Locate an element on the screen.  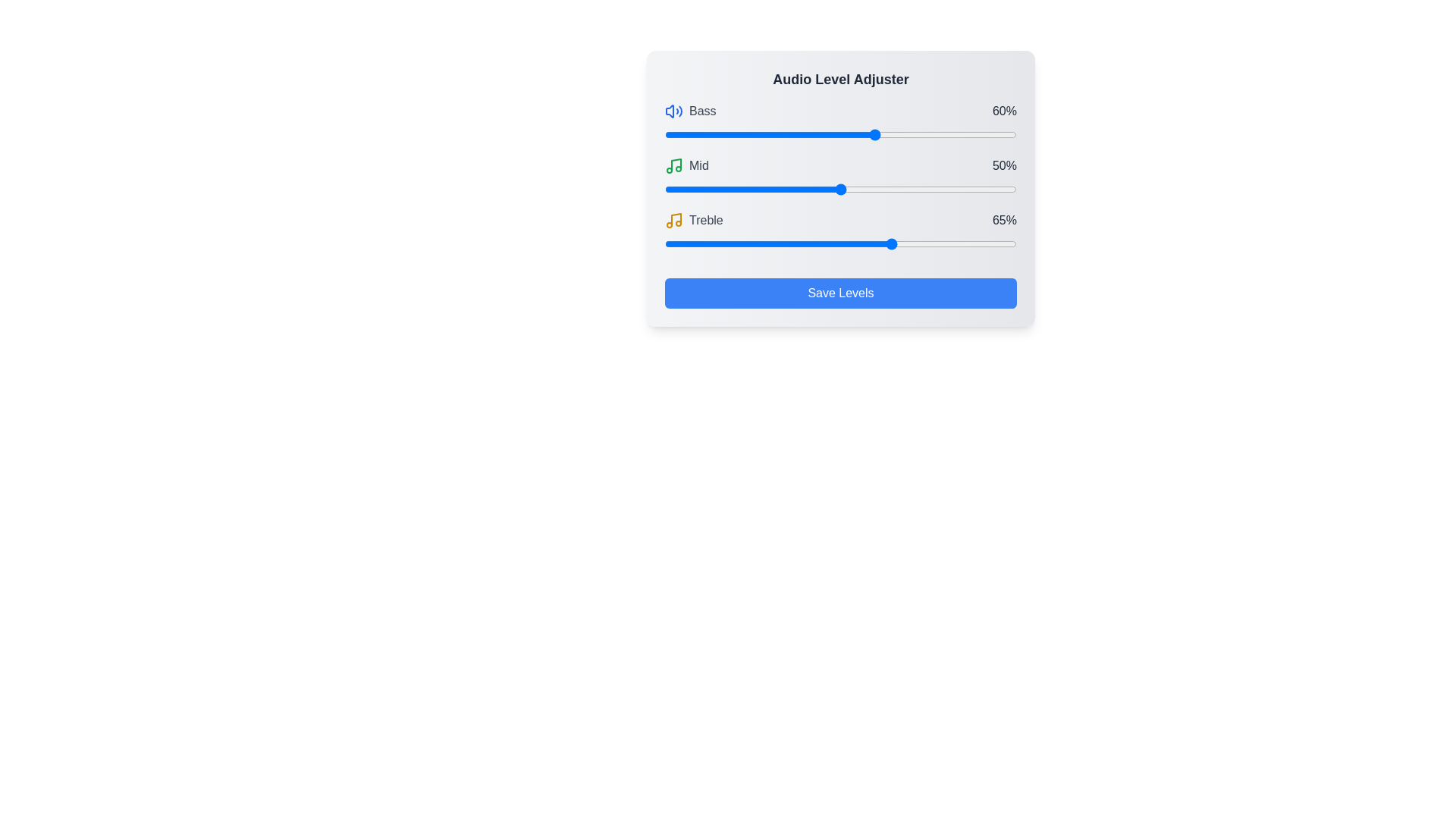
the text label displaying 'treble' which is gray in color and located between the yellow musical note icon and the text '65%' in the audio adjustment interface is located at coordinates (693, 220).